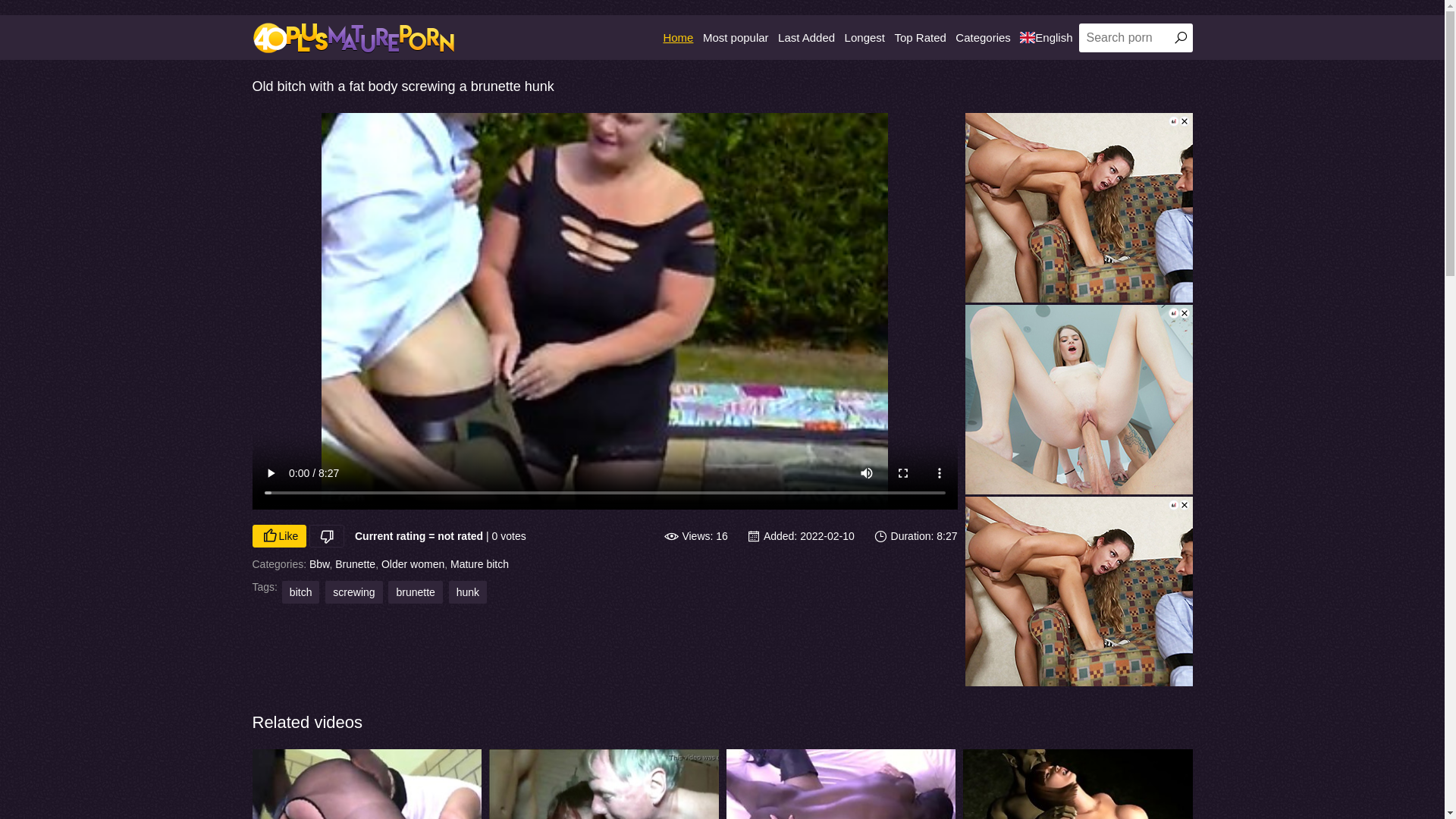 The width and height of the screenshot is (1456, 819). Describe the element at coordinates (662, 37) in the screenshot. I see `'Home'` at that location.